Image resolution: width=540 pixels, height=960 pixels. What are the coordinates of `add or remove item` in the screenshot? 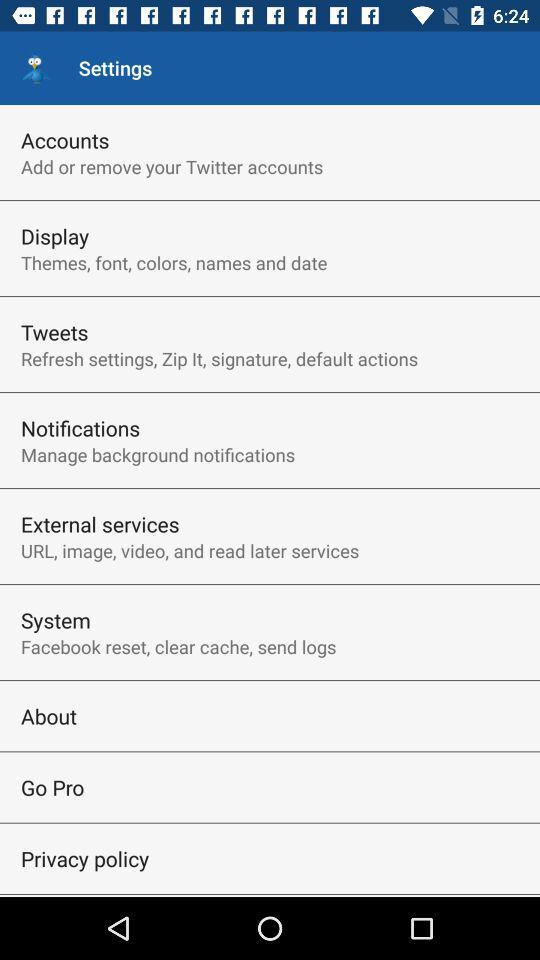 It's located at (172, 165).